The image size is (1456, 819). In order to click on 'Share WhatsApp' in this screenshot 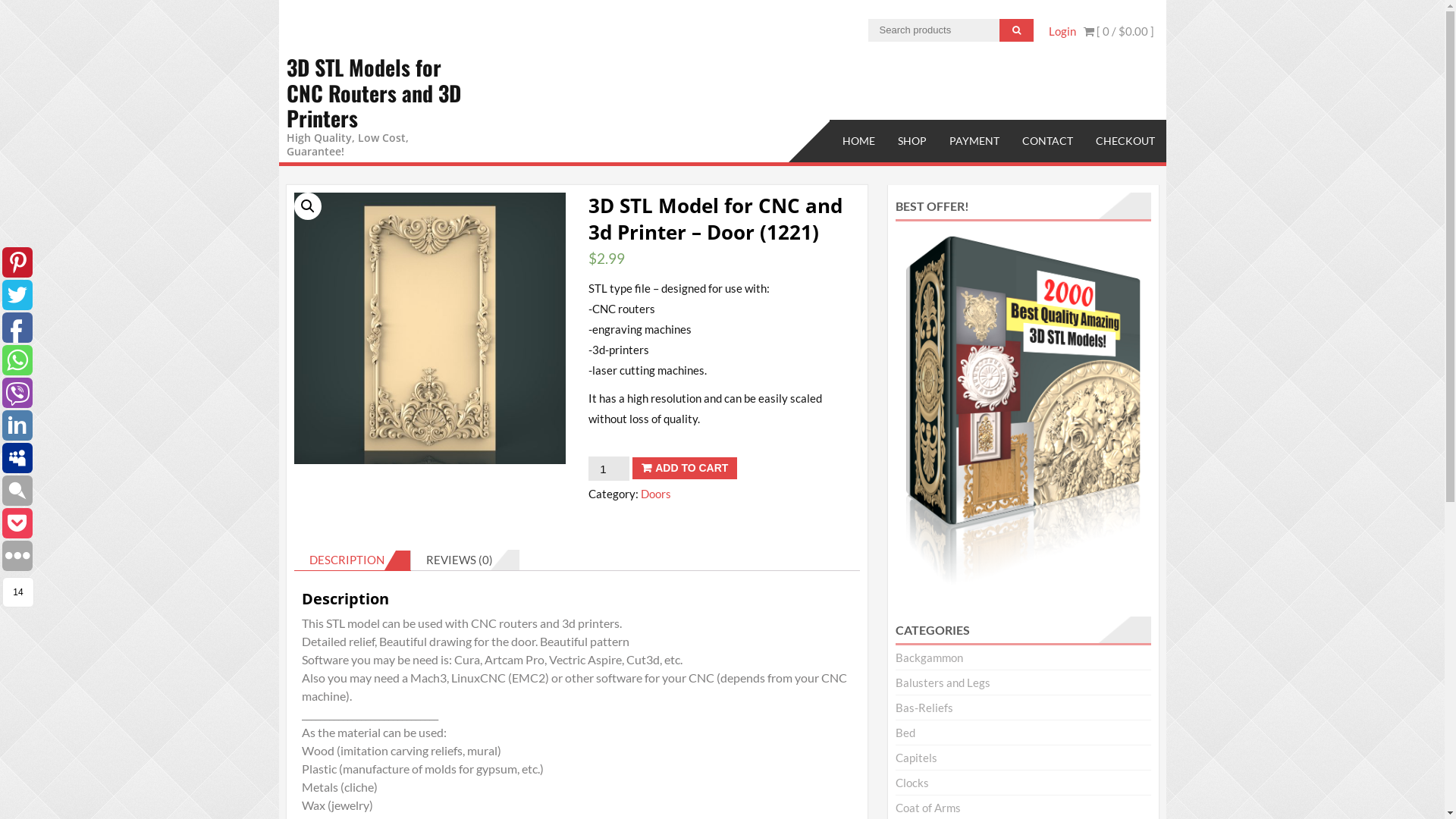, I will do `click(17, 359)`.